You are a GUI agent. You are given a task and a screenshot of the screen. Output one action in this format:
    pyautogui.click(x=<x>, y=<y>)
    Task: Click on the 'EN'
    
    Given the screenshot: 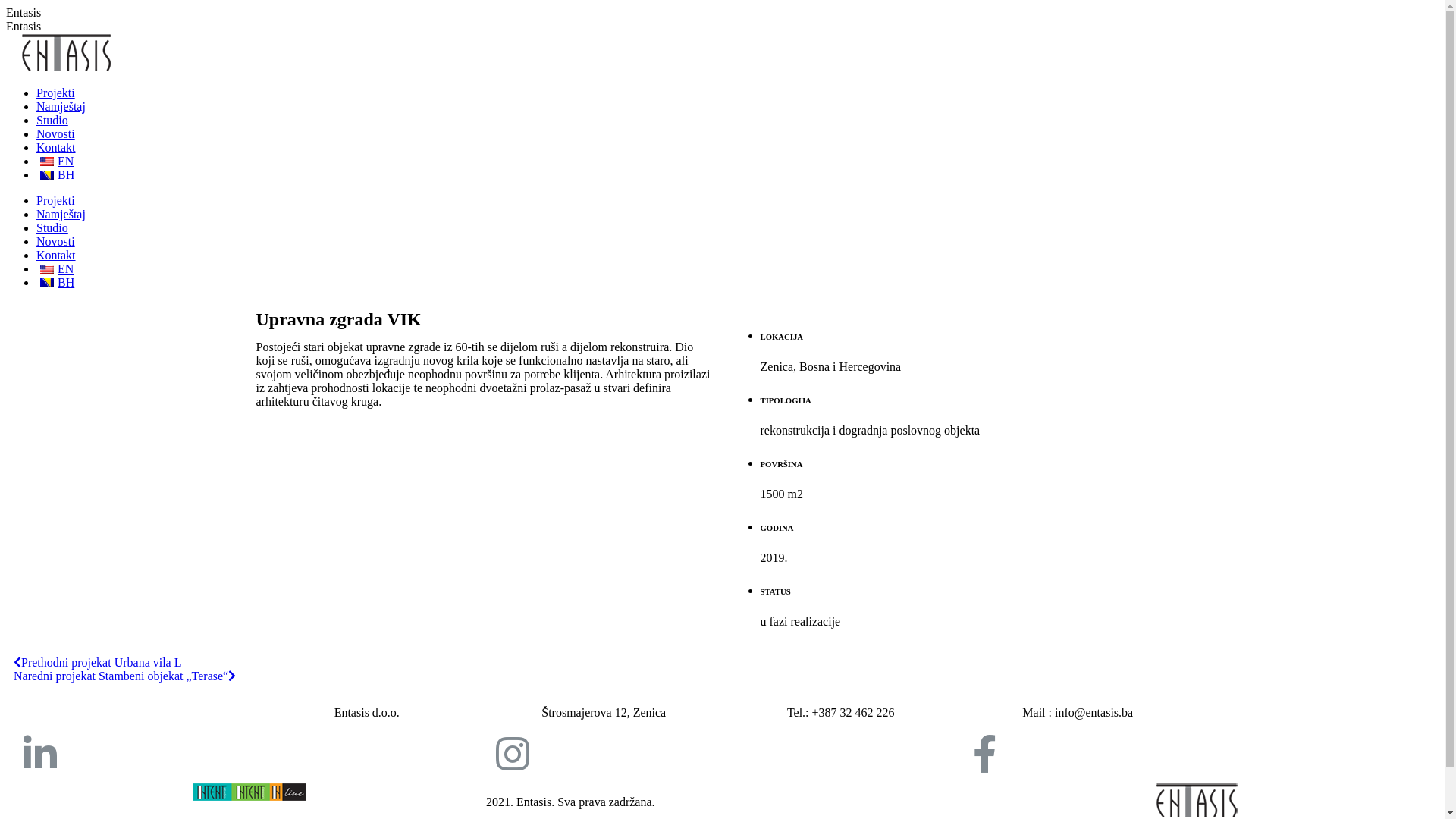 What is the action you would take?
    pyautogui.click(x=36, y=161)
    